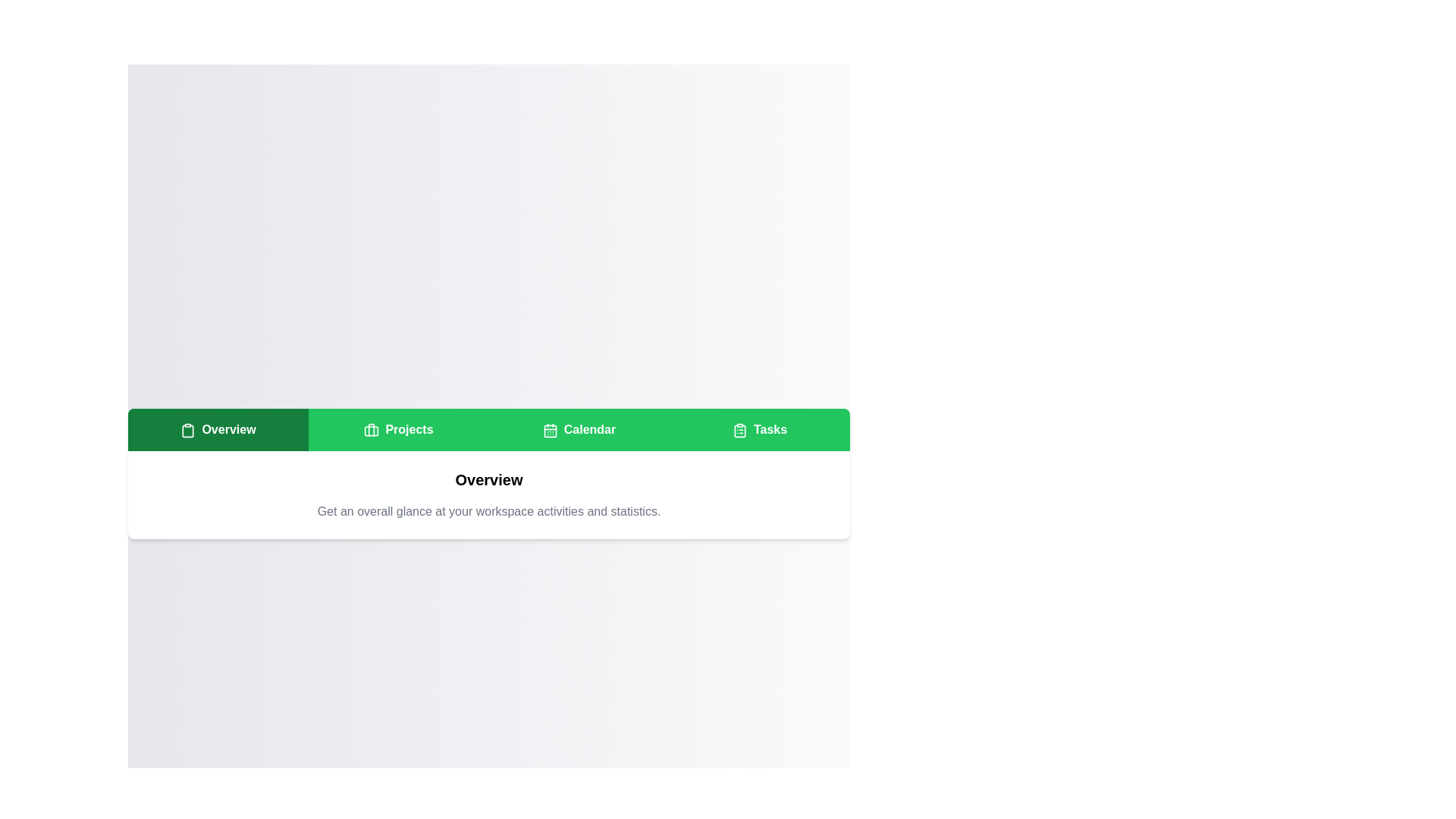  I want to click on the Projects tab, so click(399, 430).